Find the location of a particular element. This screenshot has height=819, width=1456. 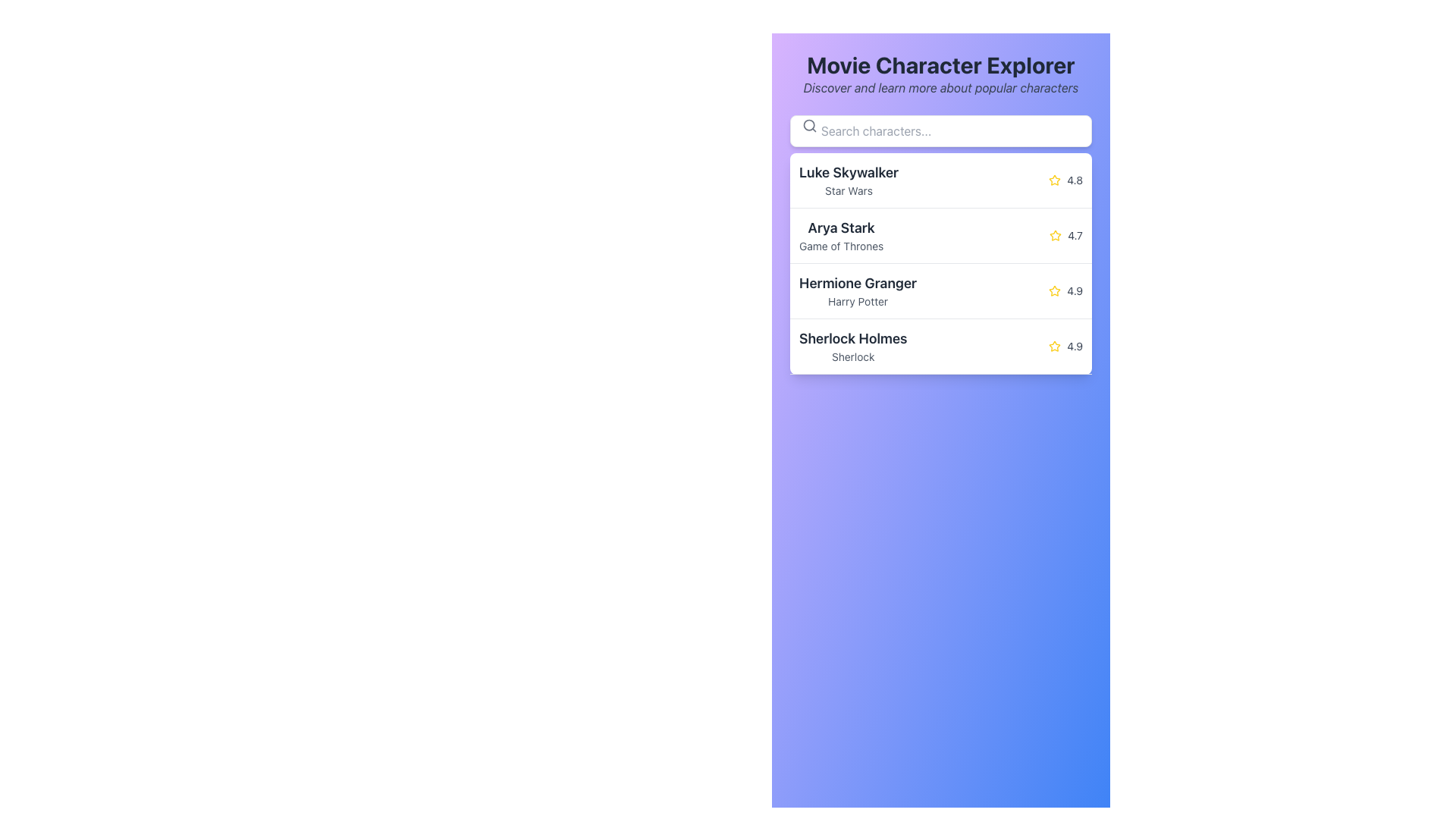

the decorative icon representing the score for 'Arya Stark' located next to the score of 4.7 is located at coordinates (1055, 235).